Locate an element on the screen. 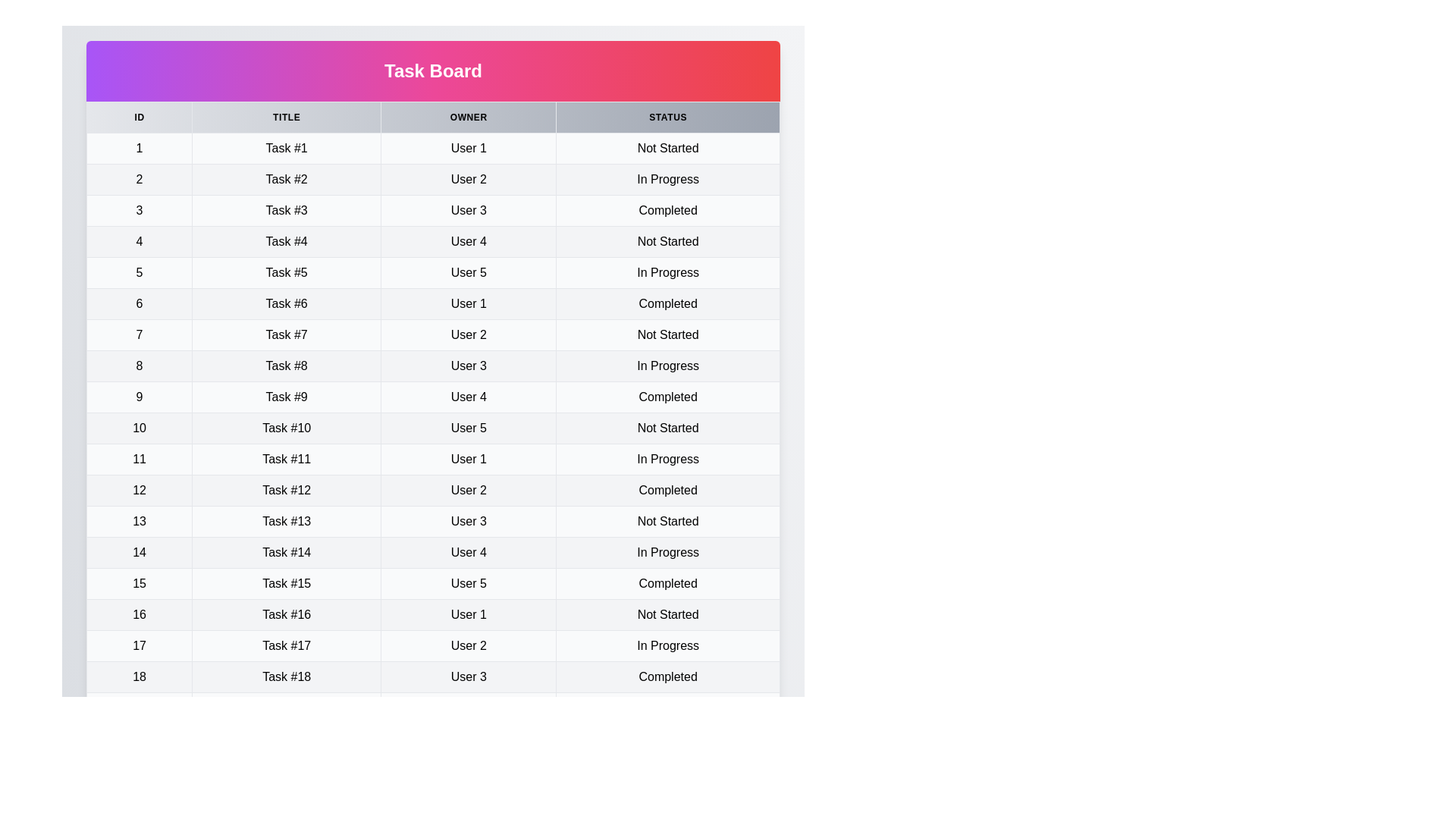 This screenshot has width=1456, height=819. the header labeled 'Task Board' to inspect its contextual information is located at coordinates (432, 71).